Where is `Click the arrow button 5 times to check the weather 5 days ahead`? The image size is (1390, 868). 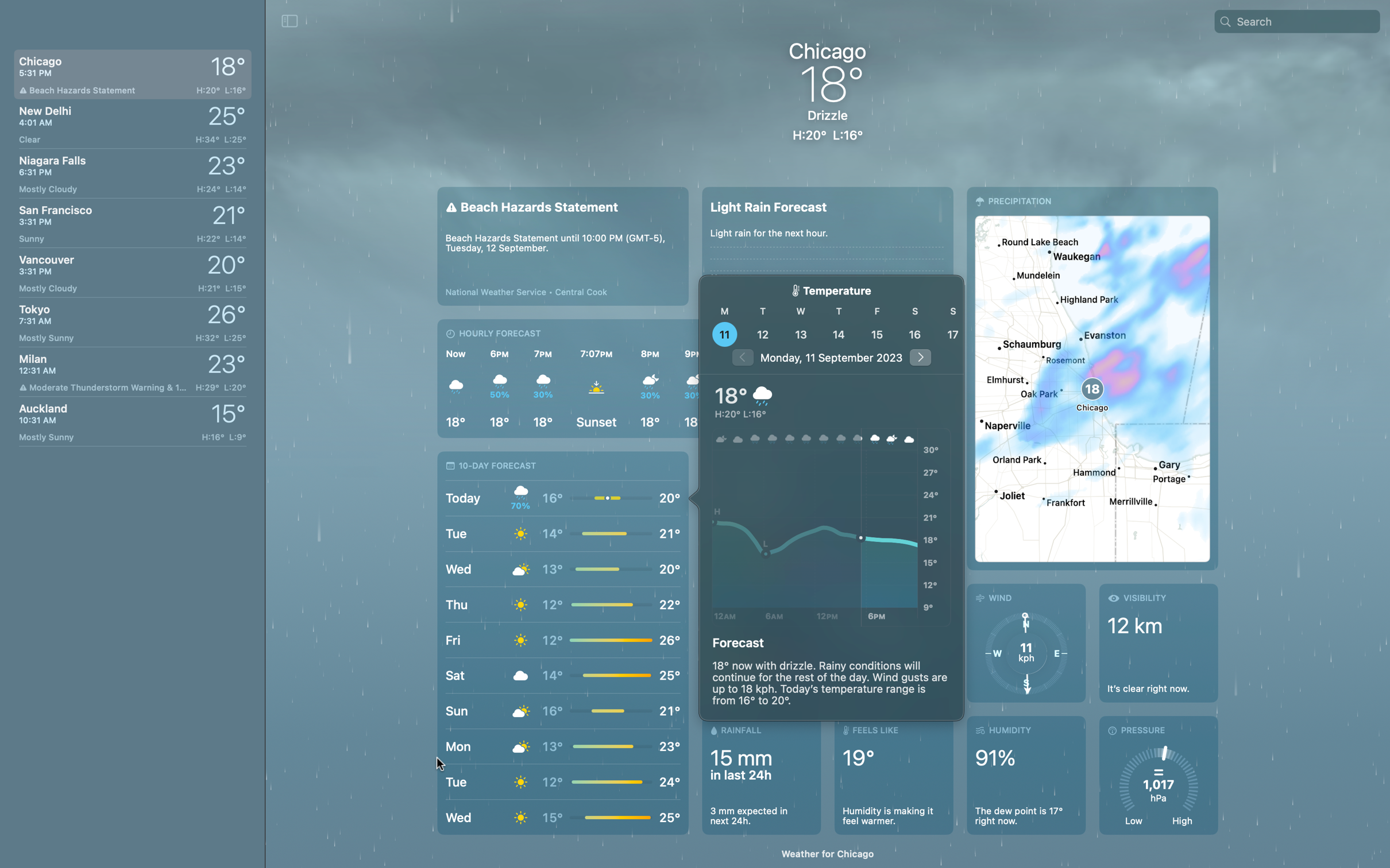 Click the arrow button 5 times to check the weather 5 days ahead is located at coordinates (919, 356).